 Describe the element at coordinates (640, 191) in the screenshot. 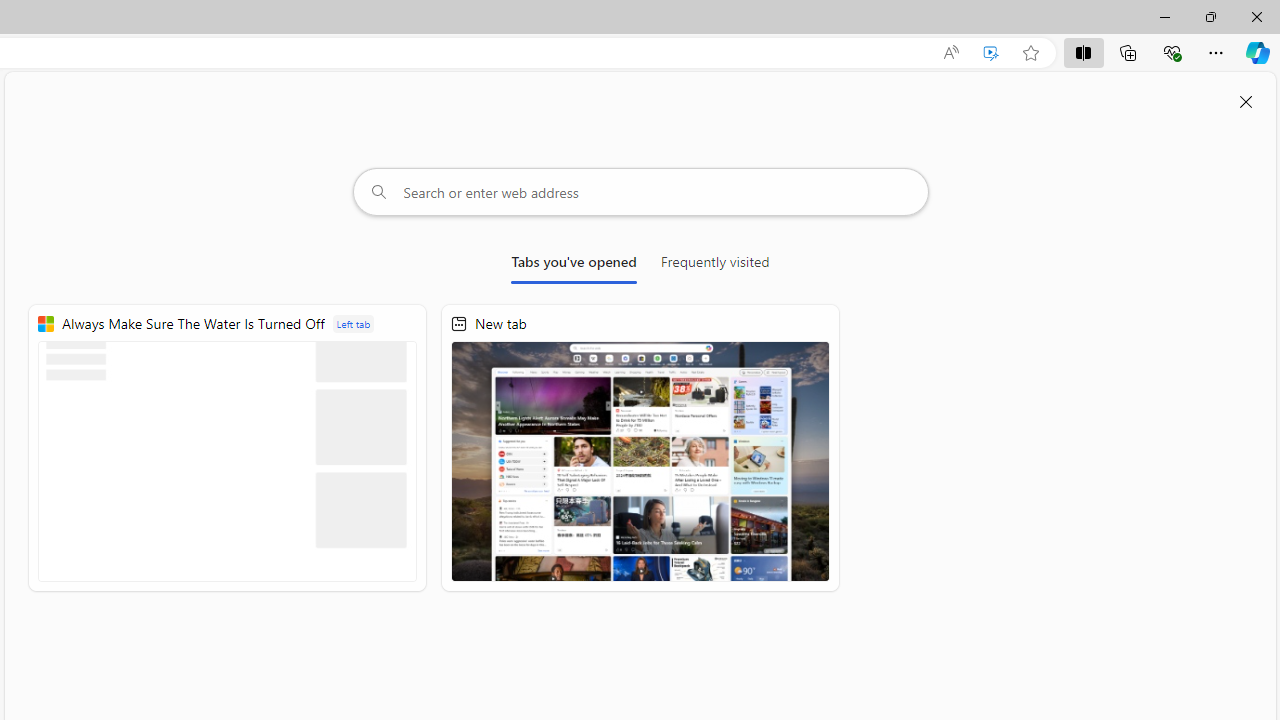

I see `'Search or enter web address'` at that location.